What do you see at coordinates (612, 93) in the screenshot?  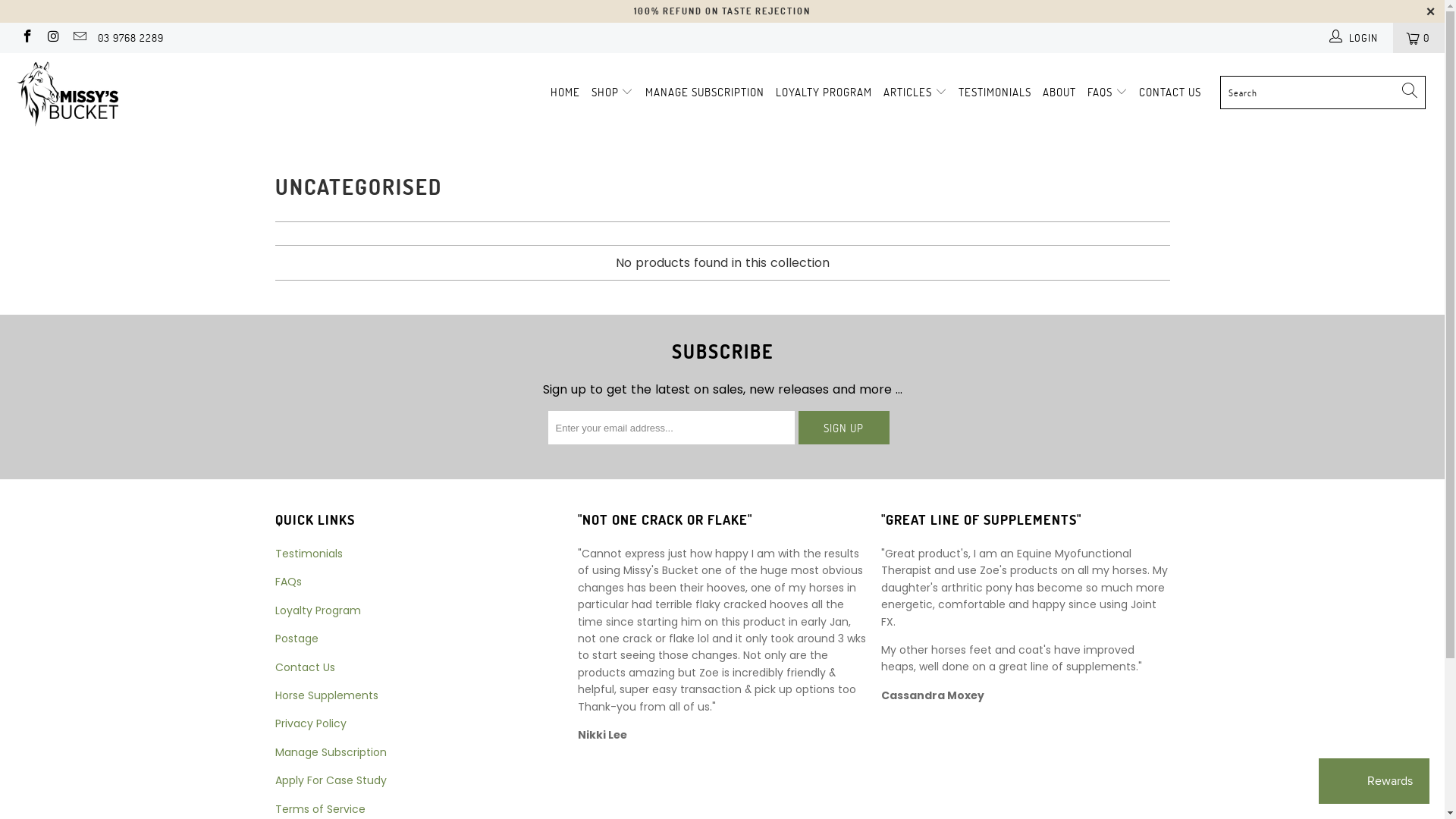 I see `'SHOP'` at bounding box center [612, 93].